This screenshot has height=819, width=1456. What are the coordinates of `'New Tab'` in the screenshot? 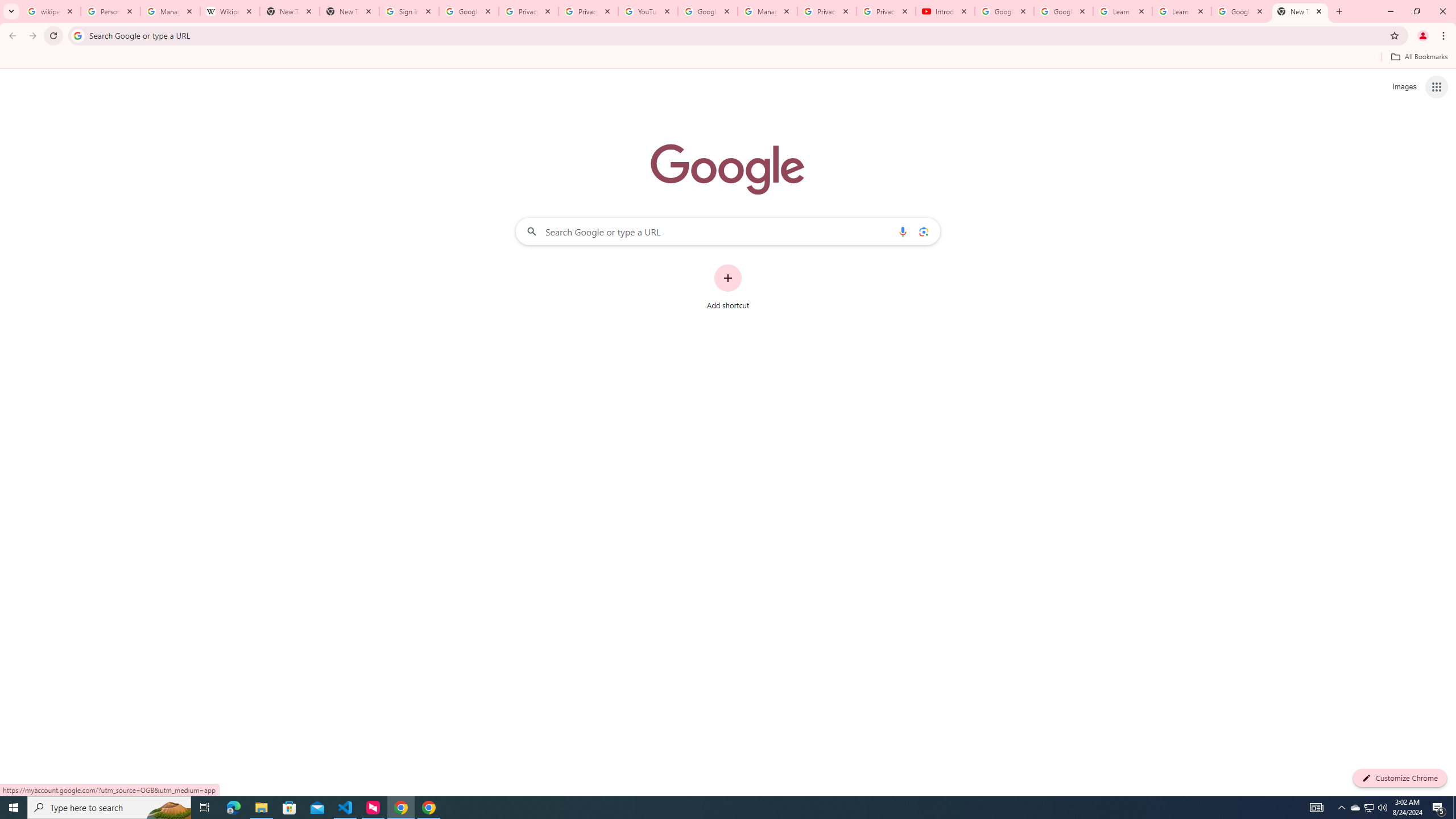 It's located at (1300, 11).